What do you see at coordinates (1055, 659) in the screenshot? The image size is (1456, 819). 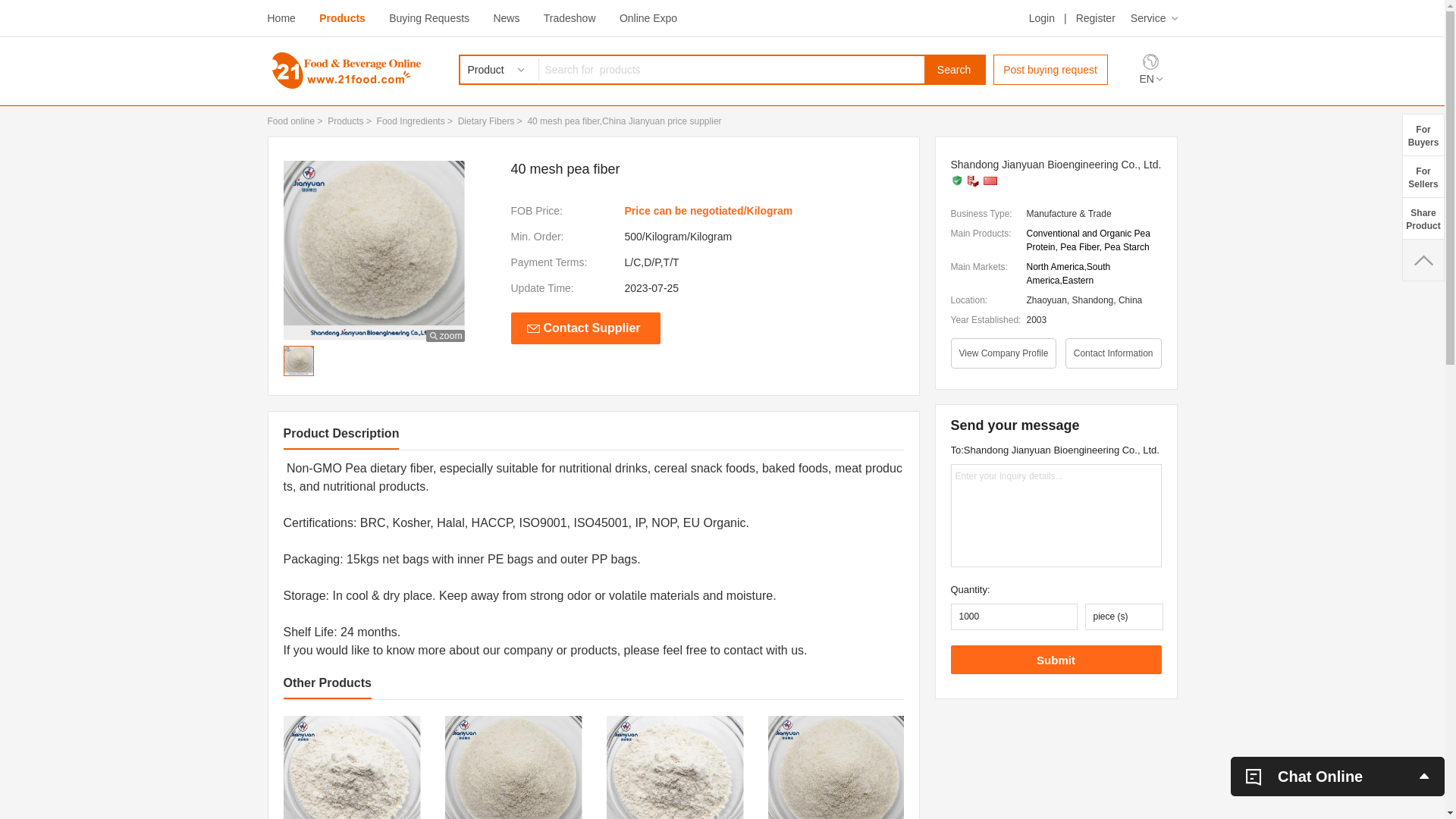 I see `'Submit'` at bounding box center [1055, 659].